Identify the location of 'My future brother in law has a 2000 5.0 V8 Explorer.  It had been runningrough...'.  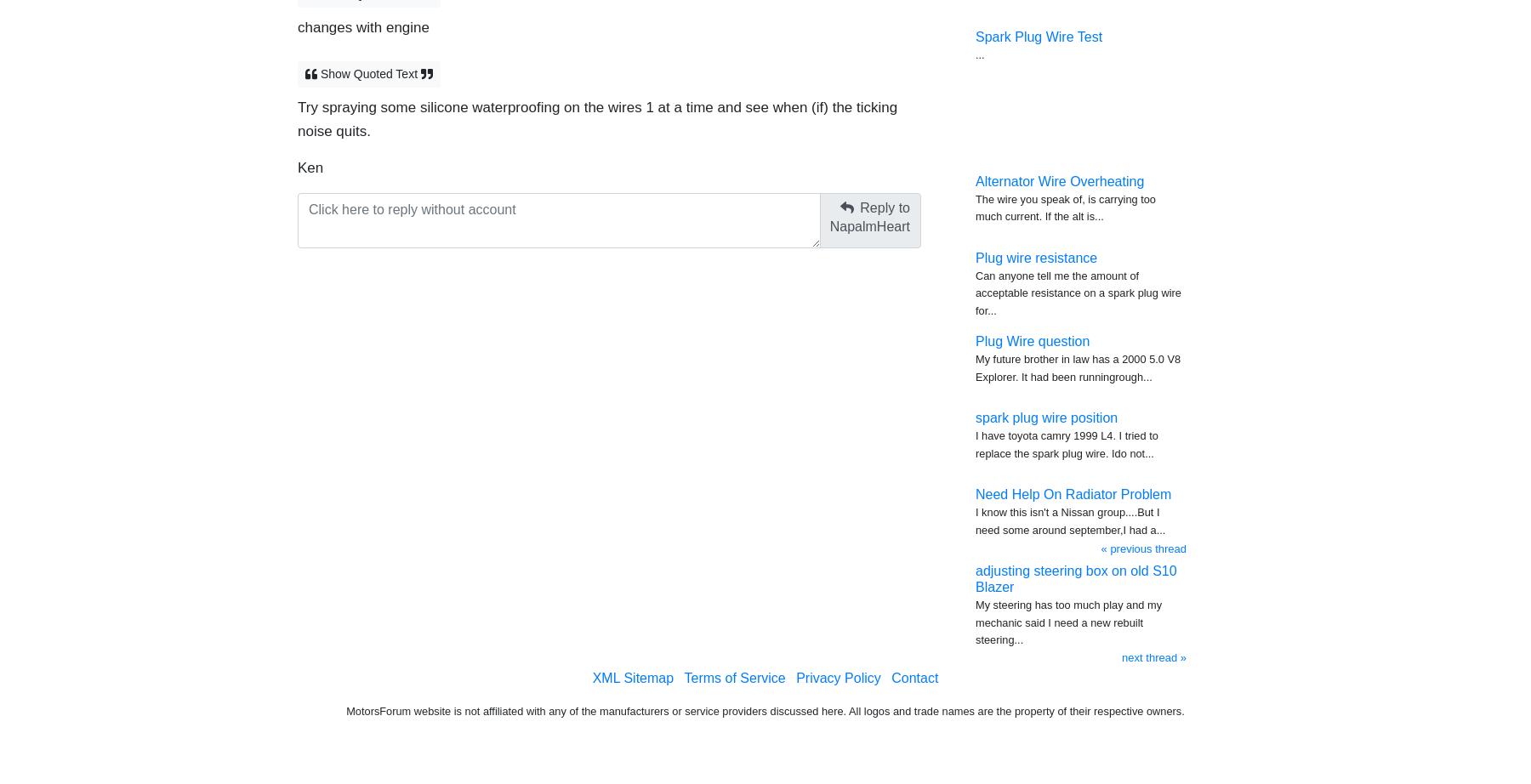
(1078, 366).